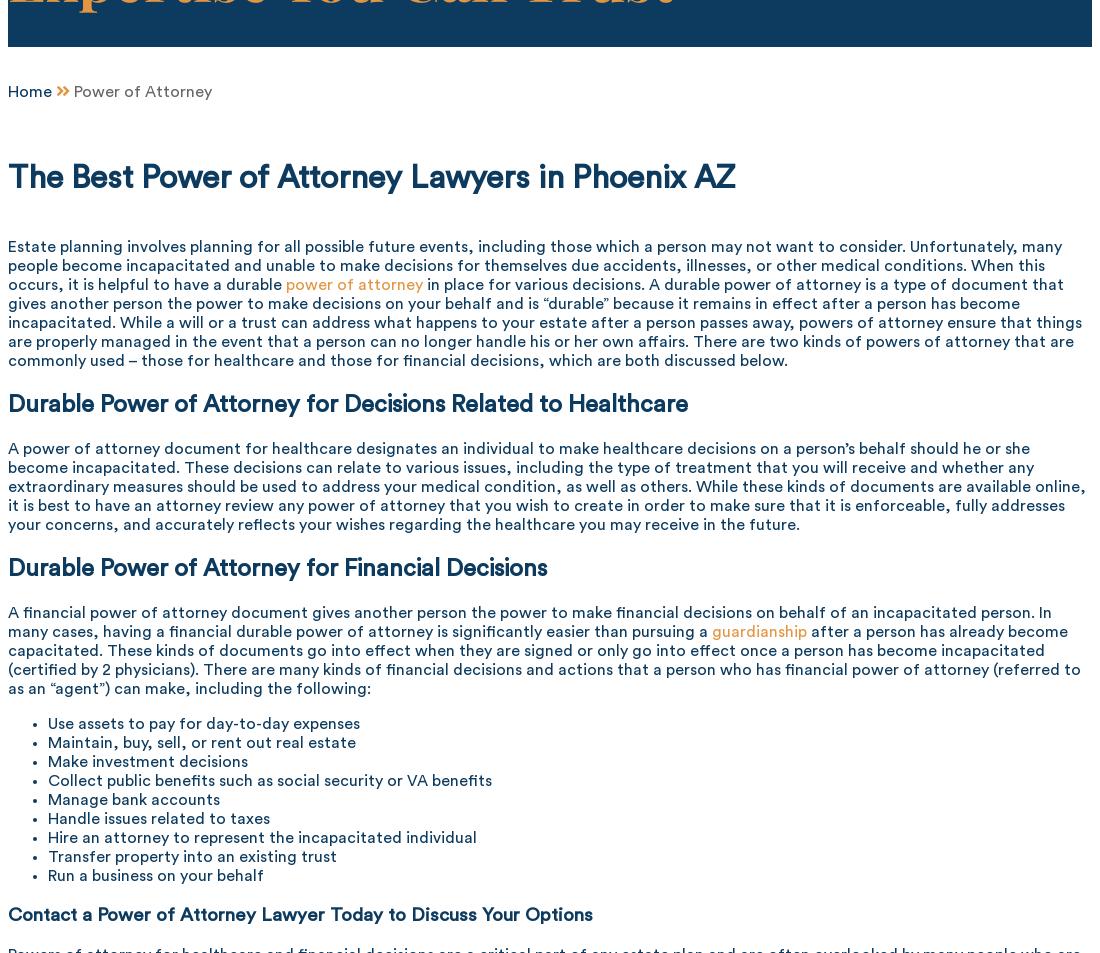  What do you see at coordinates (354, 282) in the screenshot?
I see `'power of attorney'` at bounding box center [354, 282].